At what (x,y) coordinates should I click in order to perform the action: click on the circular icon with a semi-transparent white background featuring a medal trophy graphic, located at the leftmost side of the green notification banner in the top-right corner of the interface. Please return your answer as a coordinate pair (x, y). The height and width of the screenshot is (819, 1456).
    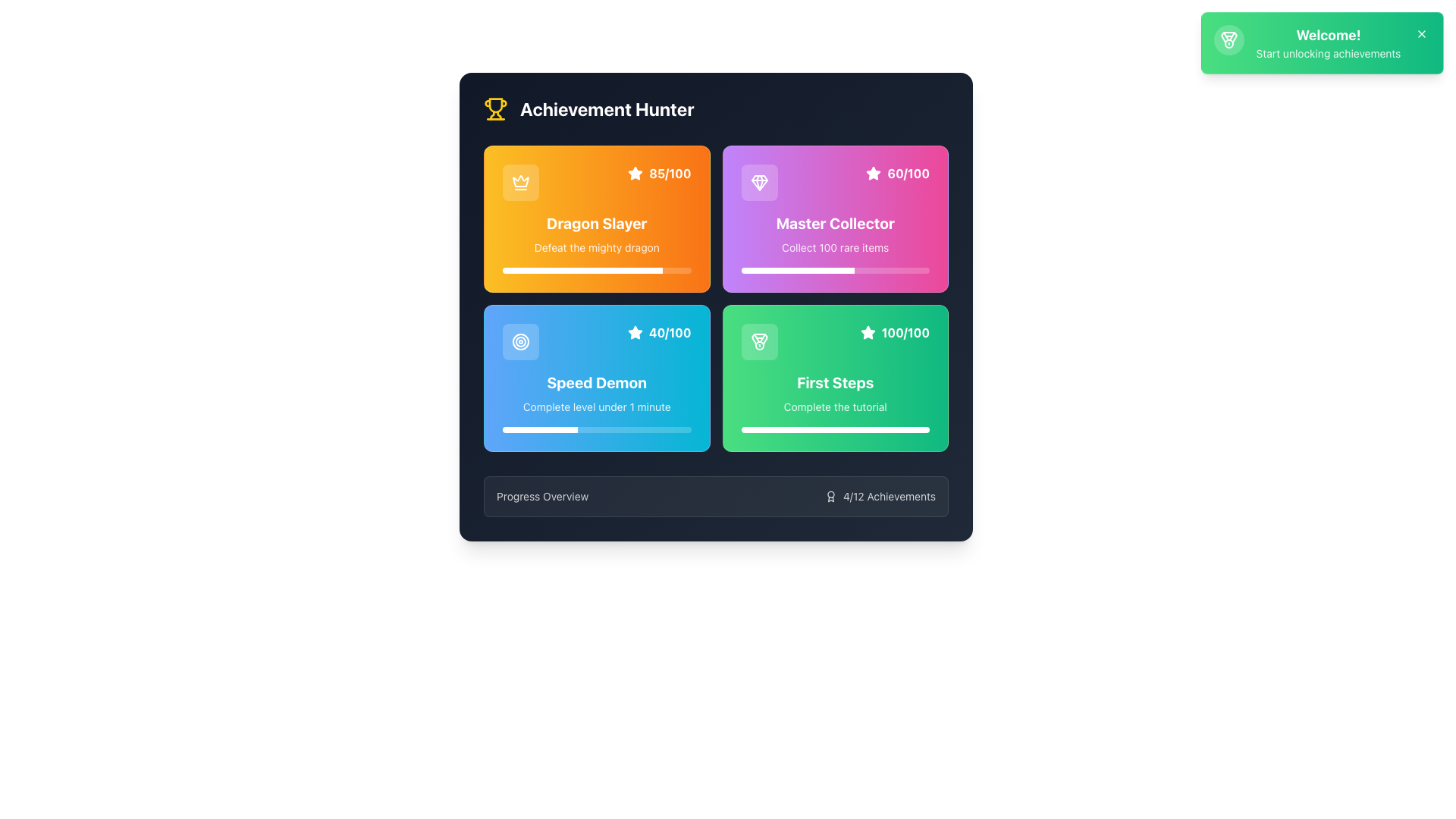
    Looking at the image, I should click on (1229, 39).